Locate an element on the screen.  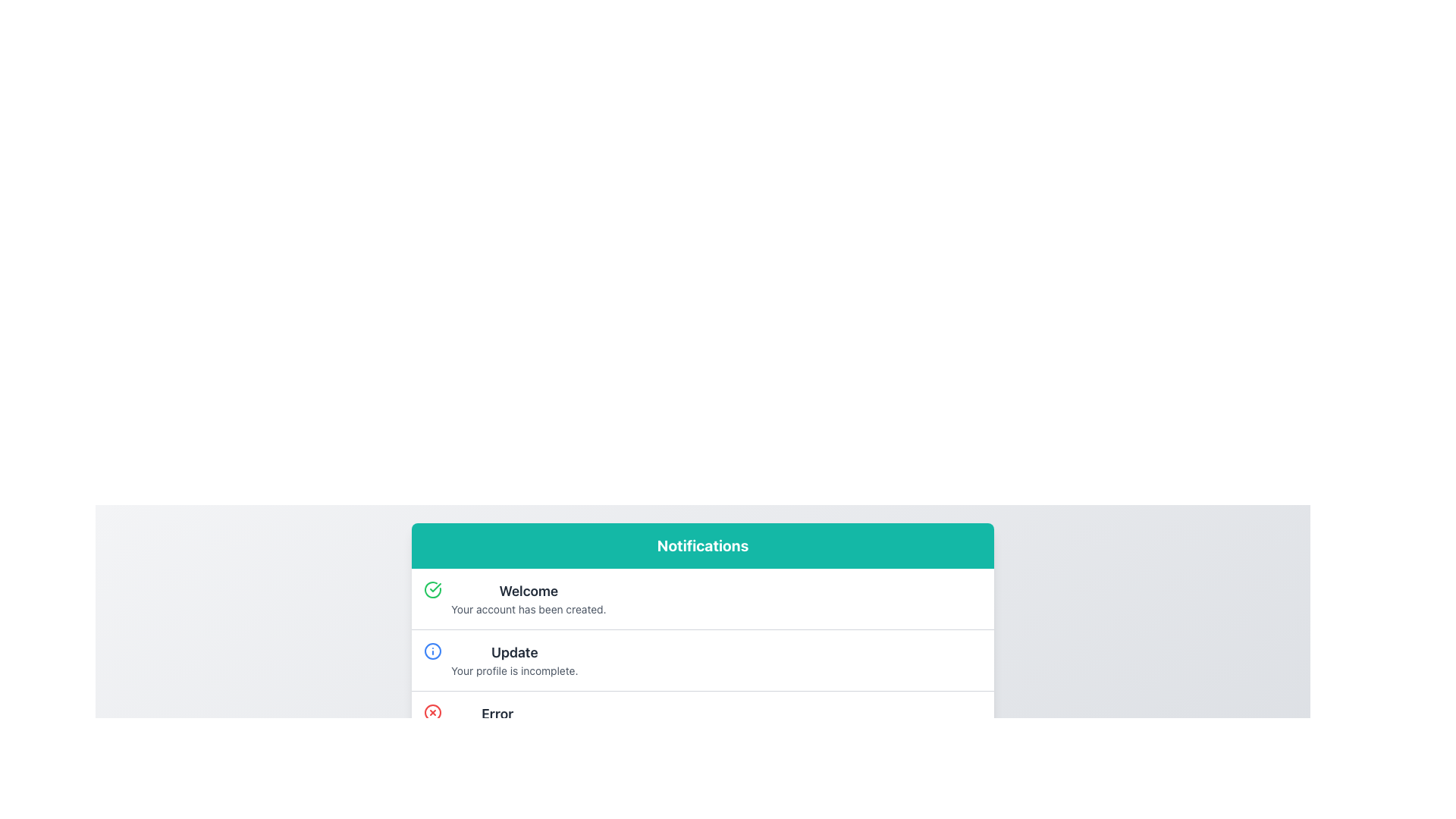
the text area containing the message 'Update' and 'Your profile is incomplete.' located in the second row of the 'Notifications' list is located at coordinates (514, 660).